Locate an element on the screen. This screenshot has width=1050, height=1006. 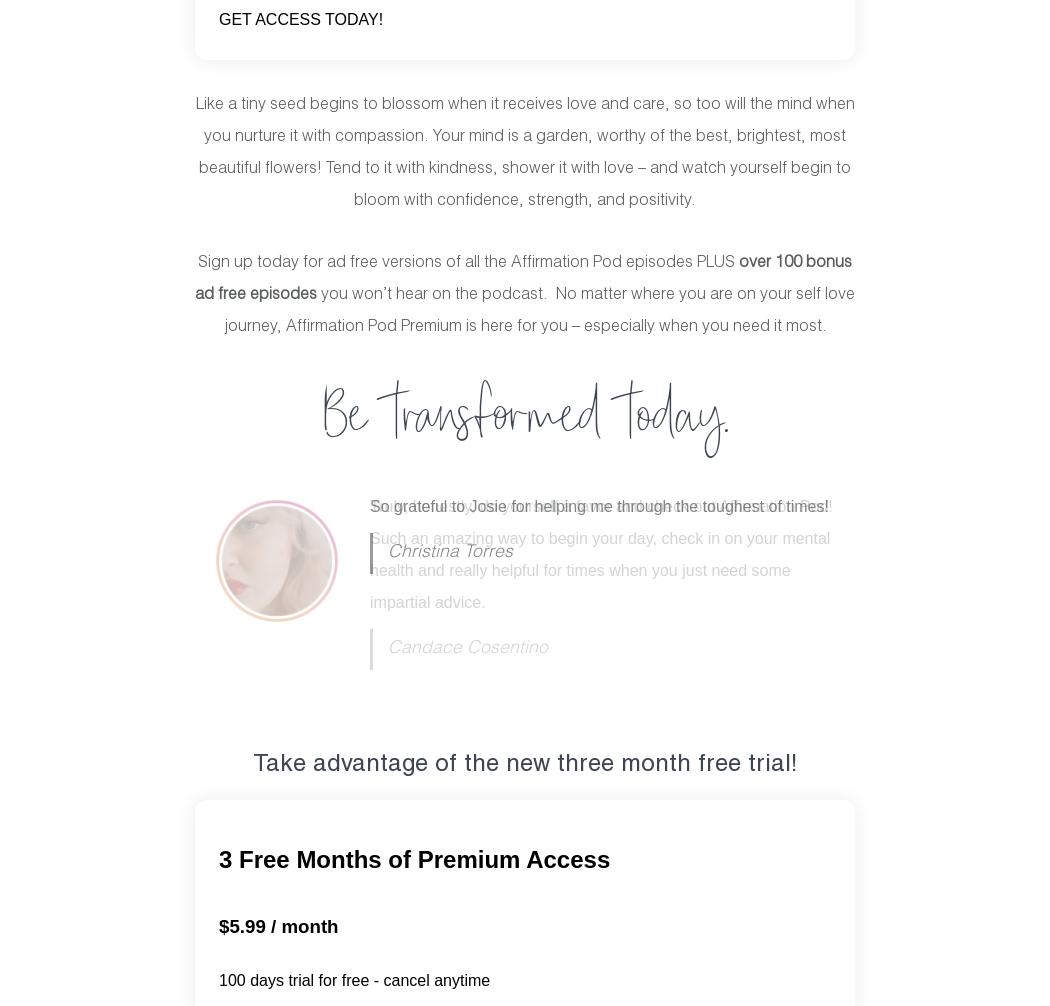
'you won’t hear on the podcast.  No matter where you are on your self love journey, Affirmation Pod Premium is here for you – especially when you need it most.' is located at coordinates (538, 309).